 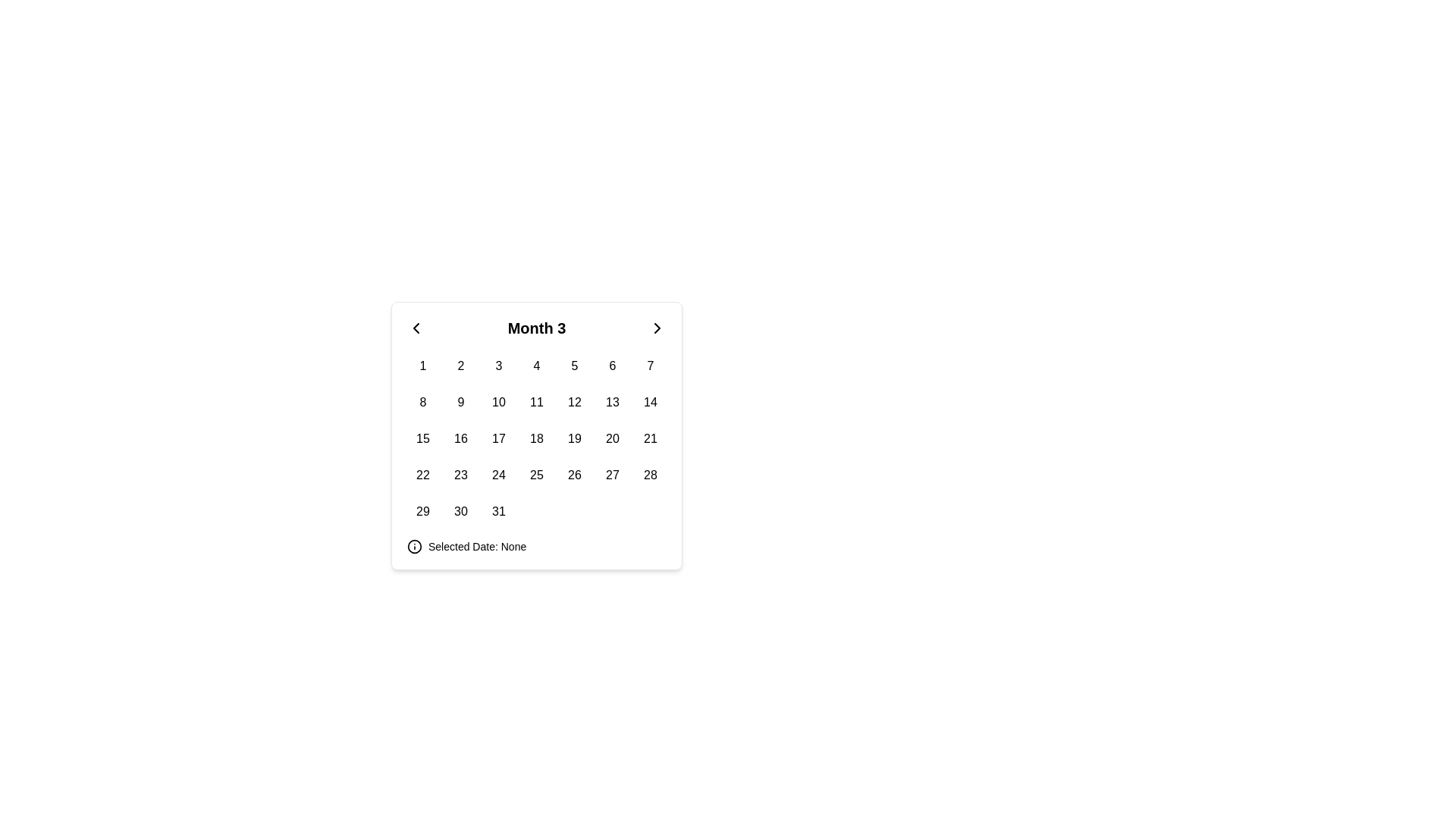 What do you see at coordinates (422, 402) in the screenshot?
I see `the square-shaped button with the number '8' in a bold sans-serif font, located in the second row and first column of the grid layout on the calendar interface` at bounding box center [422, 402].